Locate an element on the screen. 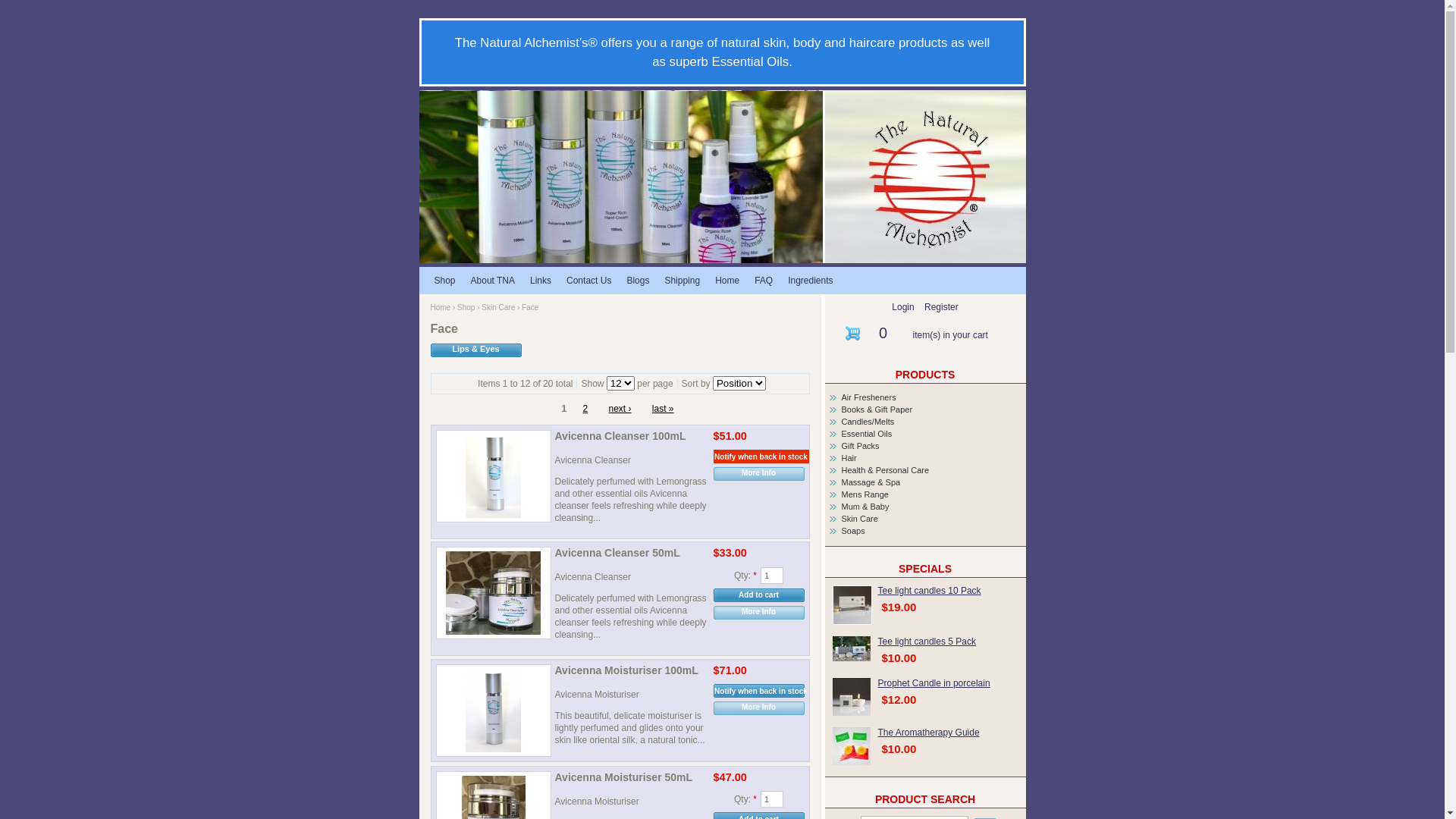  'Add to cart' is located at coordinates (758, 595).